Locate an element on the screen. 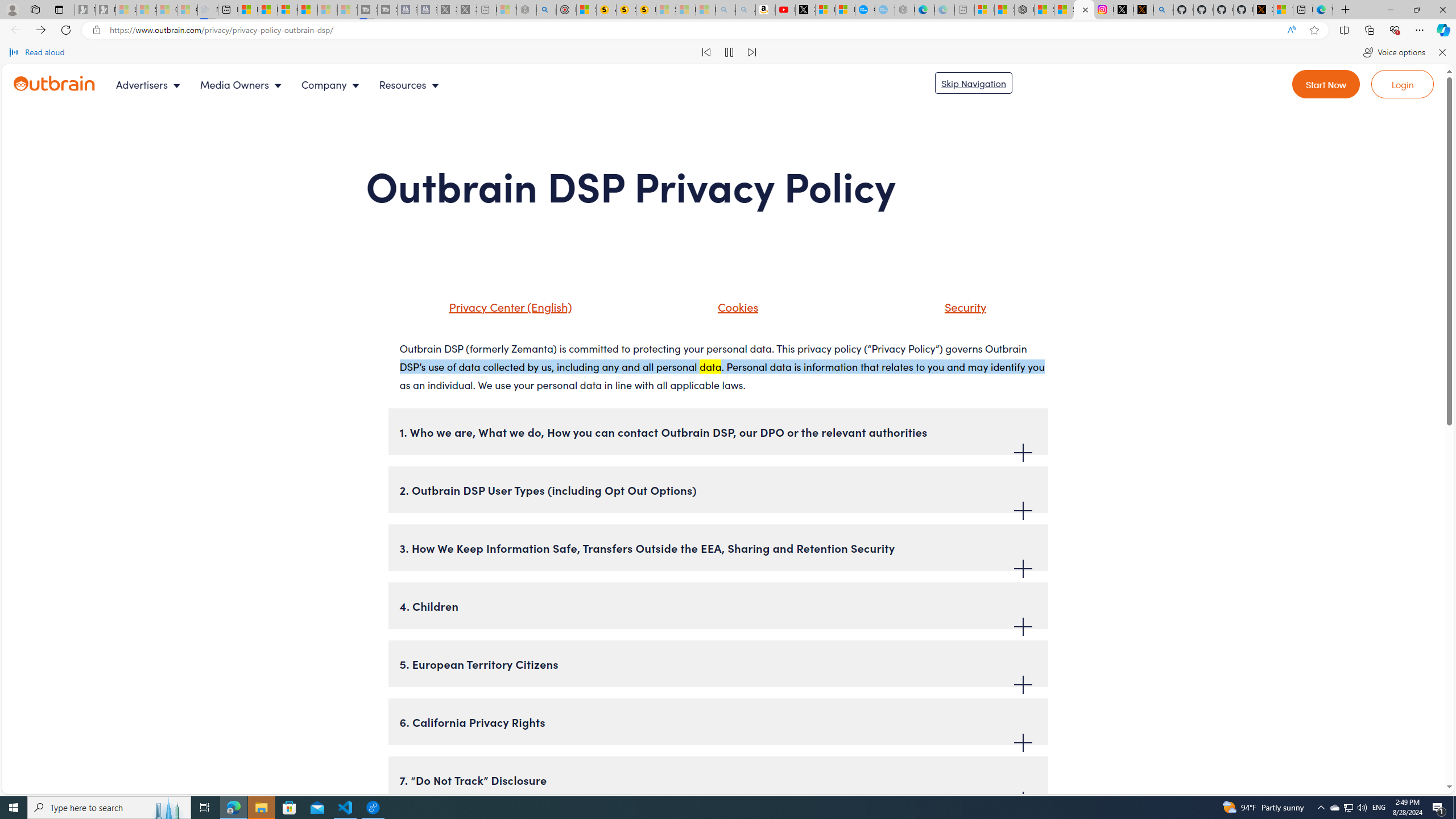 The width and height of the screenshot is (1456, 819). 'Amazon Echo Dot PNG - Search Images - Sleeping' is located at coordinates (744, 9).